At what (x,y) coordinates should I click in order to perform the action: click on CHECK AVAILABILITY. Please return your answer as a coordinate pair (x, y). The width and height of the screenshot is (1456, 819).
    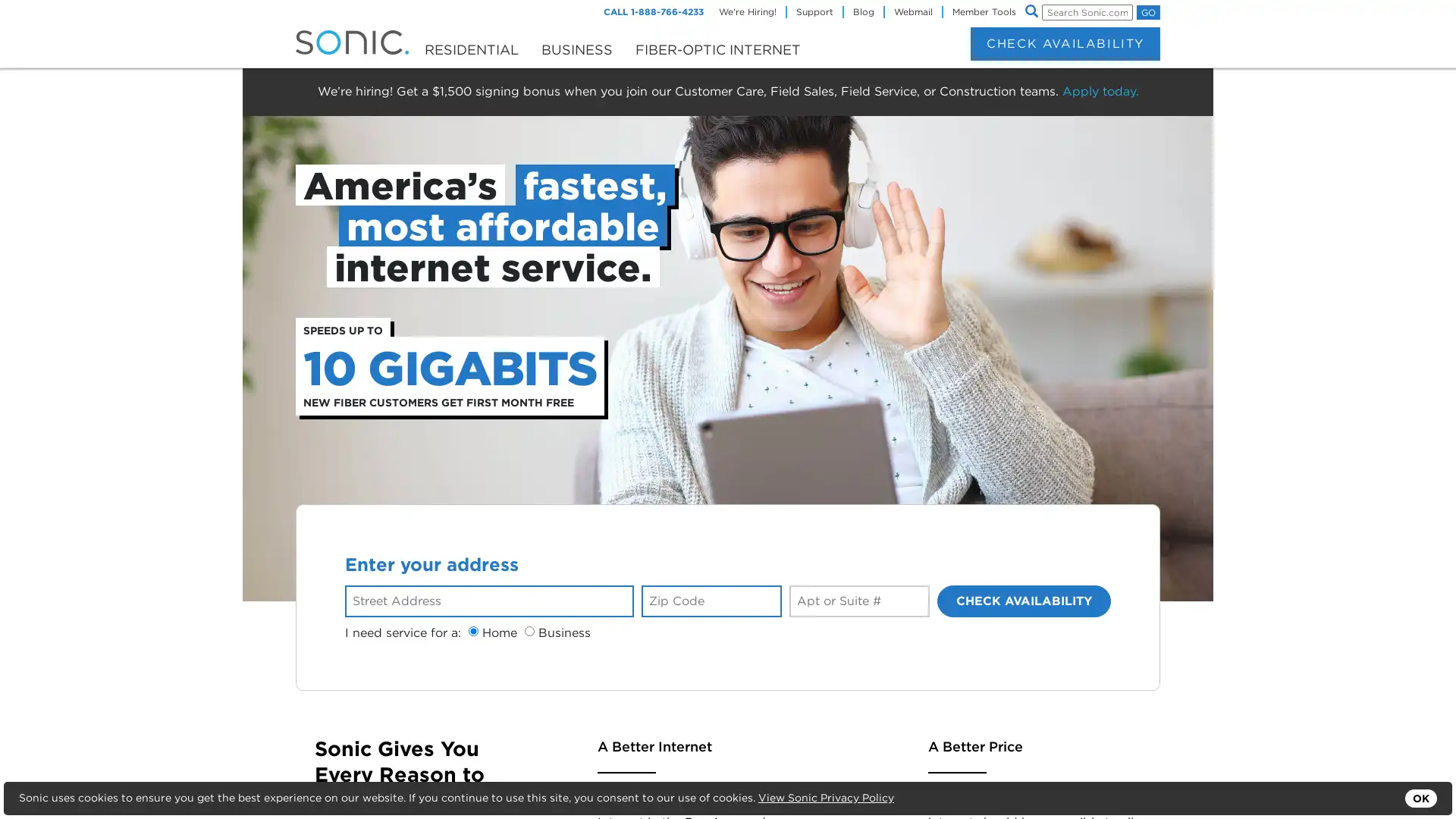
    Looking at the image, I should click on (1024, 599).